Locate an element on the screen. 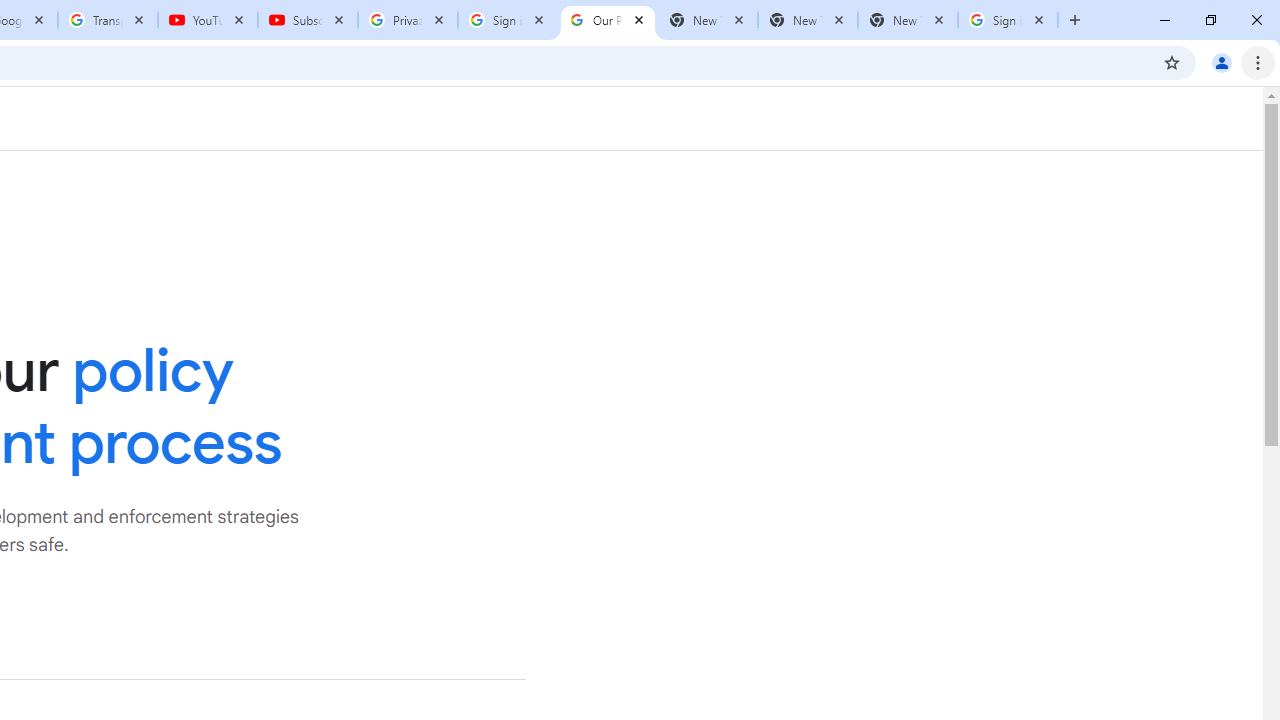 This screenshot has height=720, width=1280. 'New Tab' is located at coordinates (906, 20).